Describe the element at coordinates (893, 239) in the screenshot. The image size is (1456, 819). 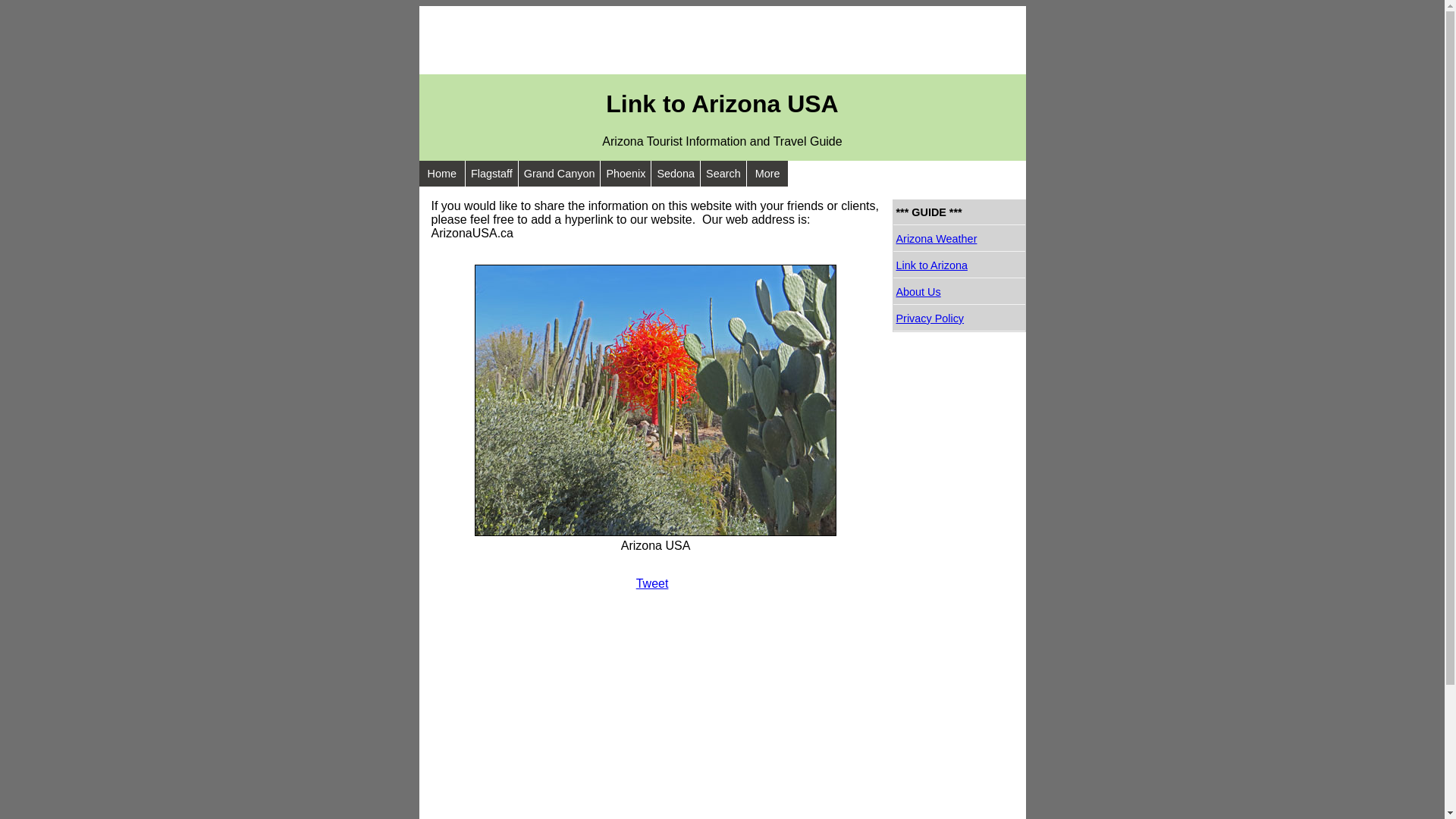
I see `'Arizona Weather'` at that location.